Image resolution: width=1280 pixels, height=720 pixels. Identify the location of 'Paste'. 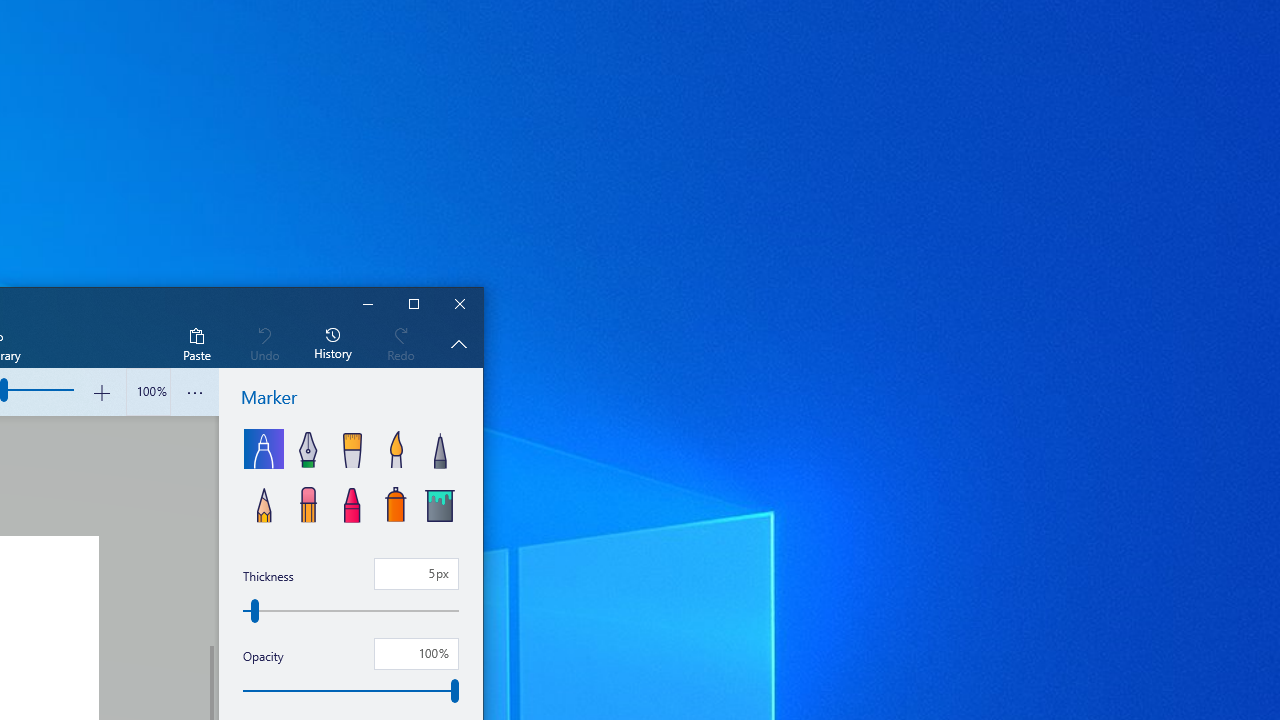
(196, 342).